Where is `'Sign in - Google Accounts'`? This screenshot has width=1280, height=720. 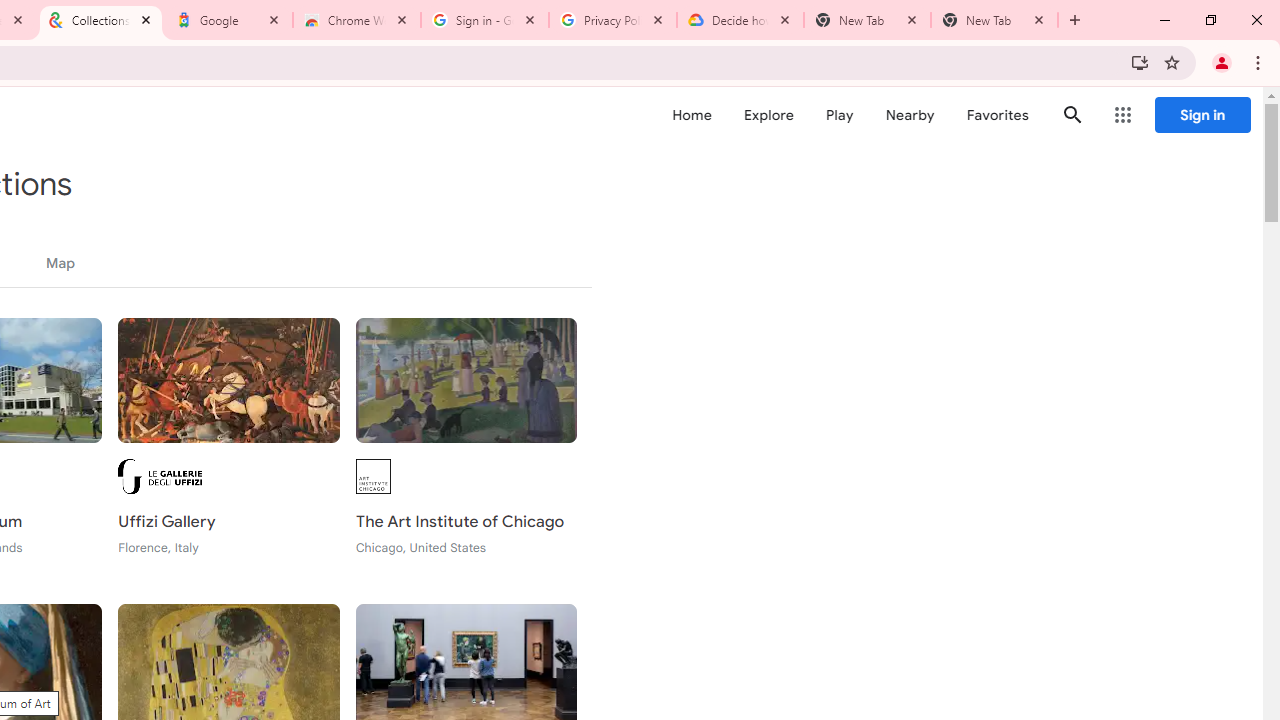
'Sign in - Google Accounts' is located at coordinates (485, 20).